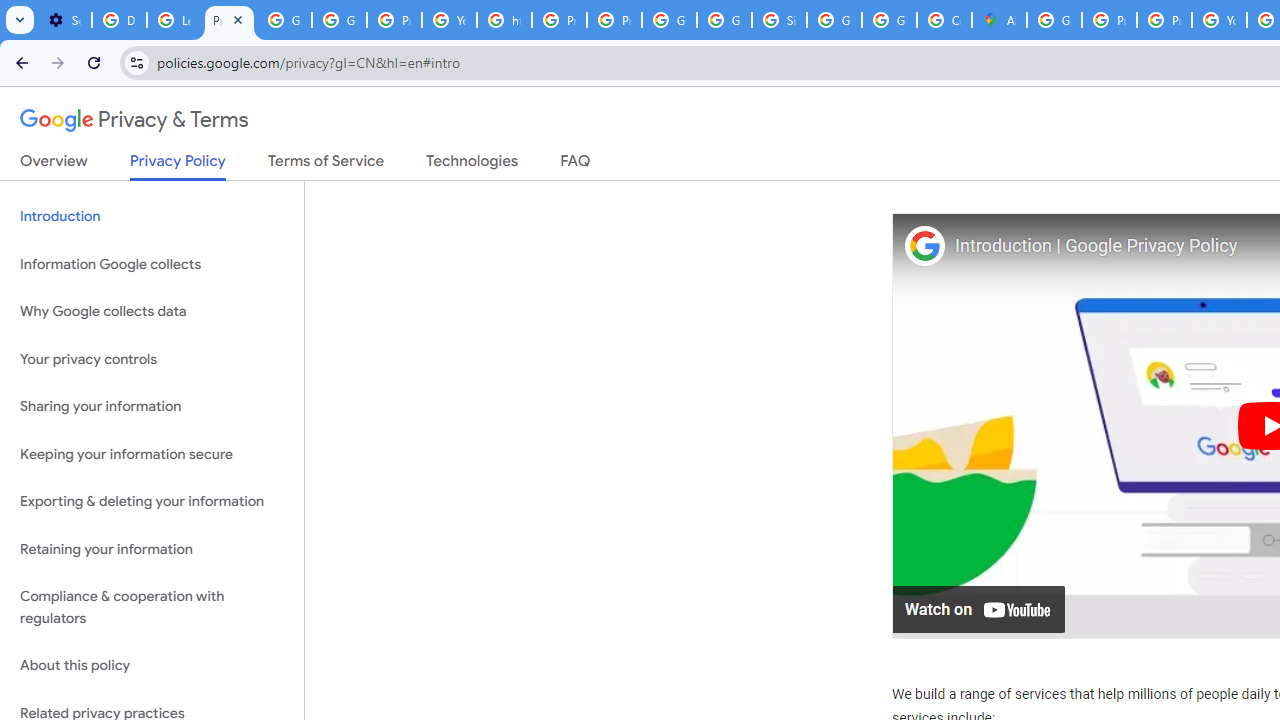  What do you see at coordinates (19, 61) in the screenshot?
I see `'Back'` at bounding box center [19, 61].